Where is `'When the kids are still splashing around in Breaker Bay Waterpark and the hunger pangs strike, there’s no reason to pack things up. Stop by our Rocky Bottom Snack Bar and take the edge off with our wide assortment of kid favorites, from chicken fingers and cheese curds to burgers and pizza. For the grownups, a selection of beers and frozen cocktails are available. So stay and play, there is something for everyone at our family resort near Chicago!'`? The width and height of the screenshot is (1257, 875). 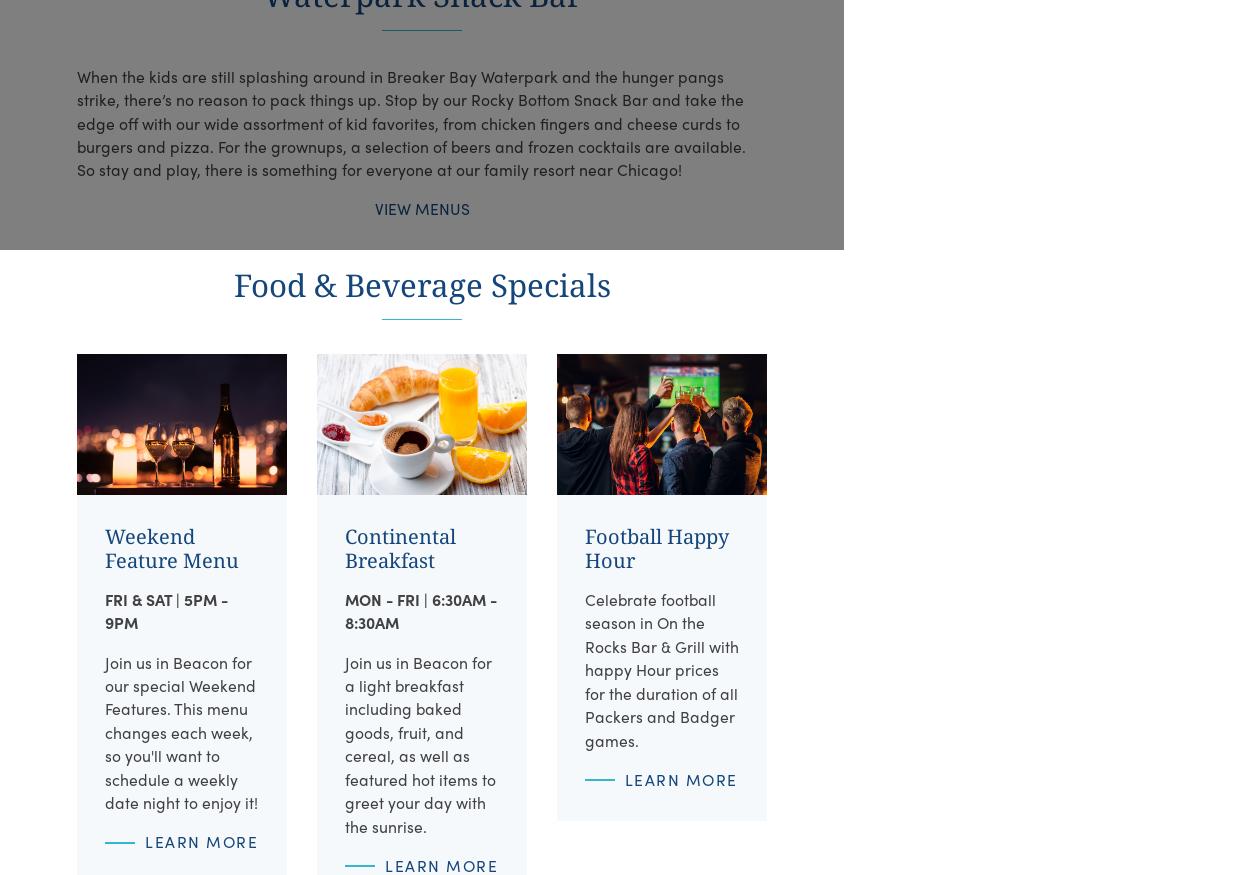 'When the kids are still splashing around in Breaker Bay Waterpark and the hunger pangs strike, there’s no reason to pack things up. Stop by our Rocky Bottom Snack Bar and take the edge off with our wide assortment of kid favorites, from chicken fingers and cheese curds to burgers and pizza. For the grownups, a selection of beers and frozen cocktails are available. So stay and play, there is something for everyone at our family resort near Chicago!' is located at coordinates (410, 122).